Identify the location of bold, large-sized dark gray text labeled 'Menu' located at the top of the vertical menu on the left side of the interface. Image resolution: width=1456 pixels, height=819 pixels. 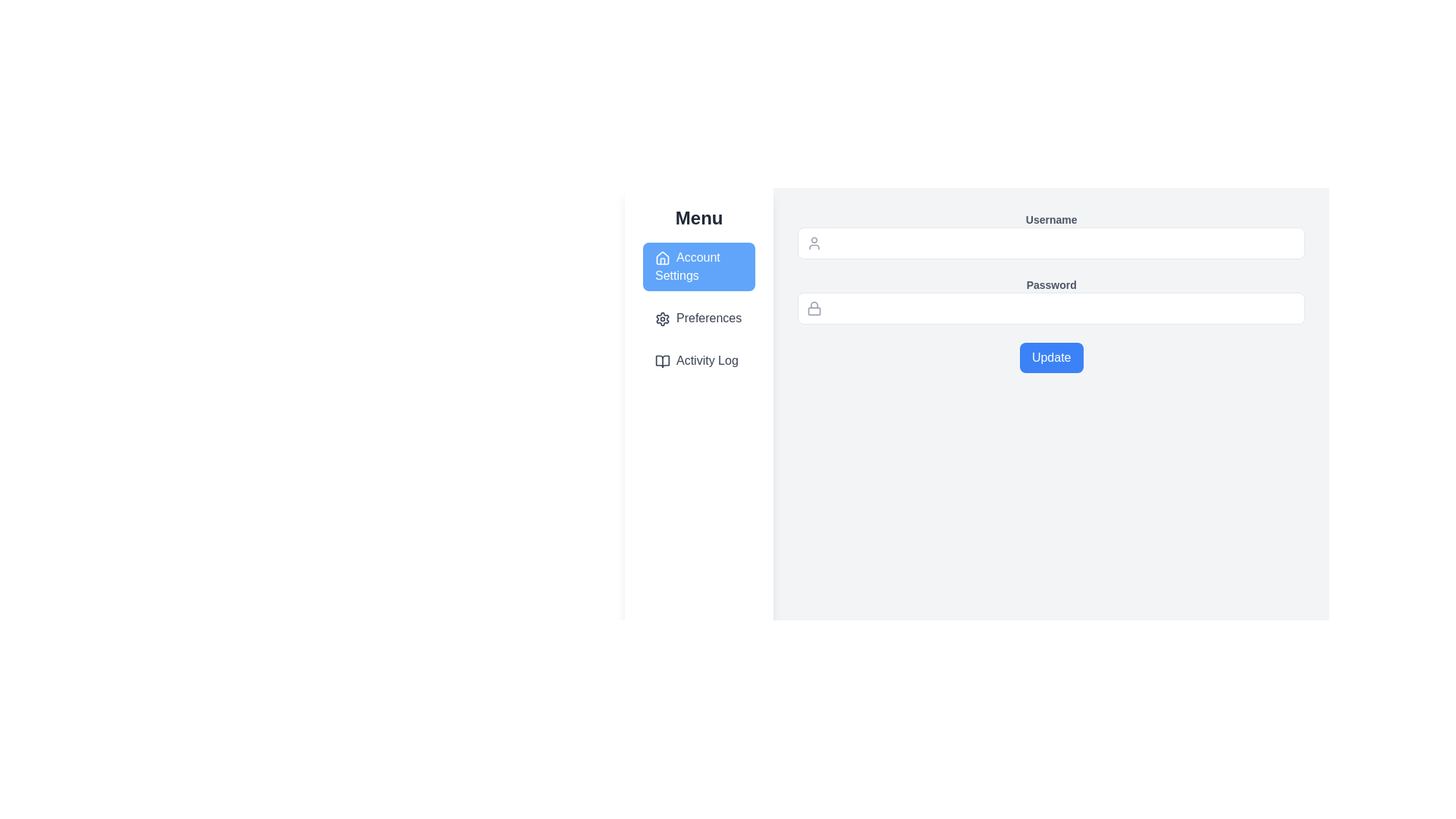
(698, 218).